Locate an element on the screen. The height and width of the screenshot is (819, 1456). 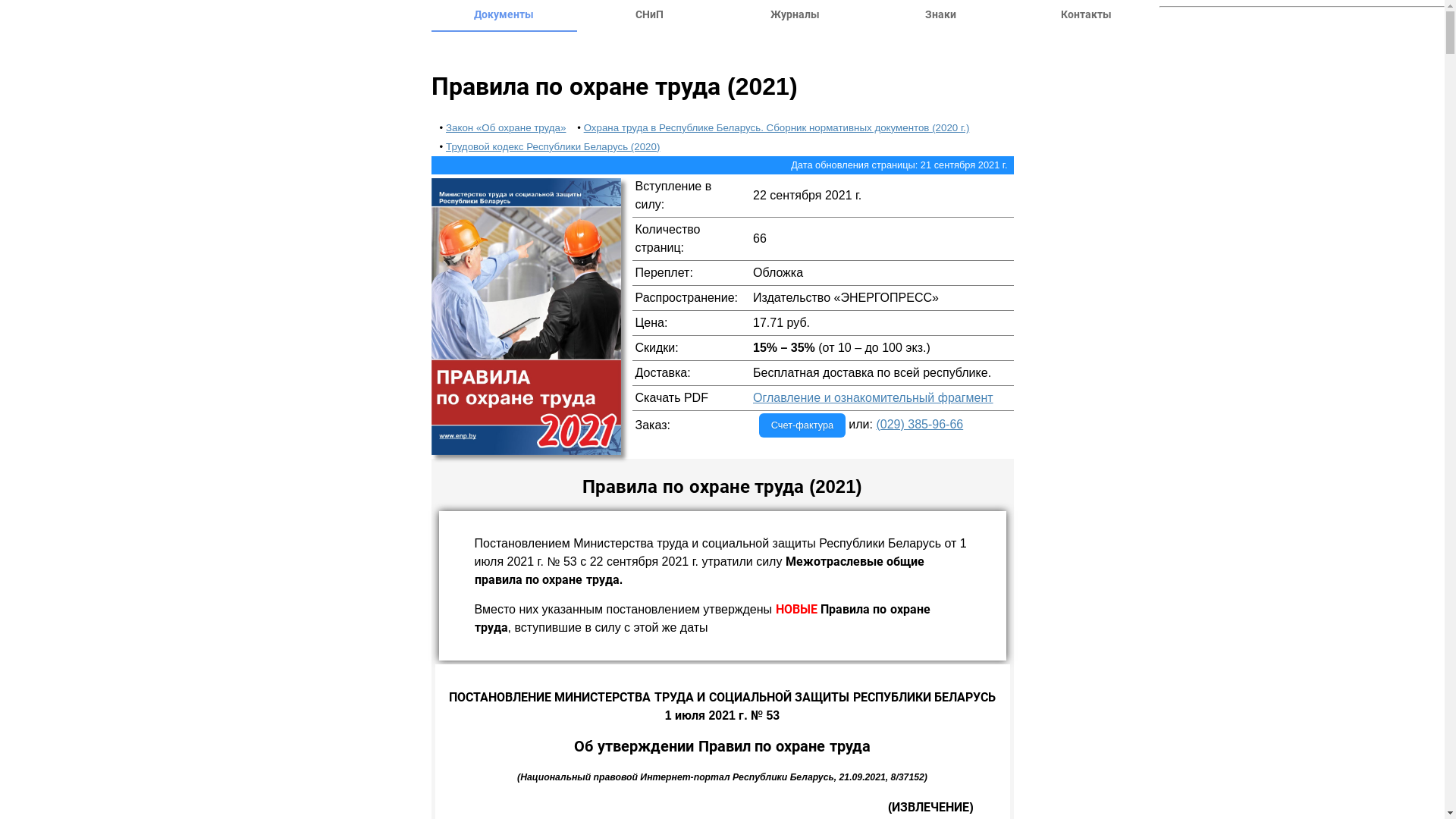
'(029) 385-96-66' is located at coordinates (918, 424).